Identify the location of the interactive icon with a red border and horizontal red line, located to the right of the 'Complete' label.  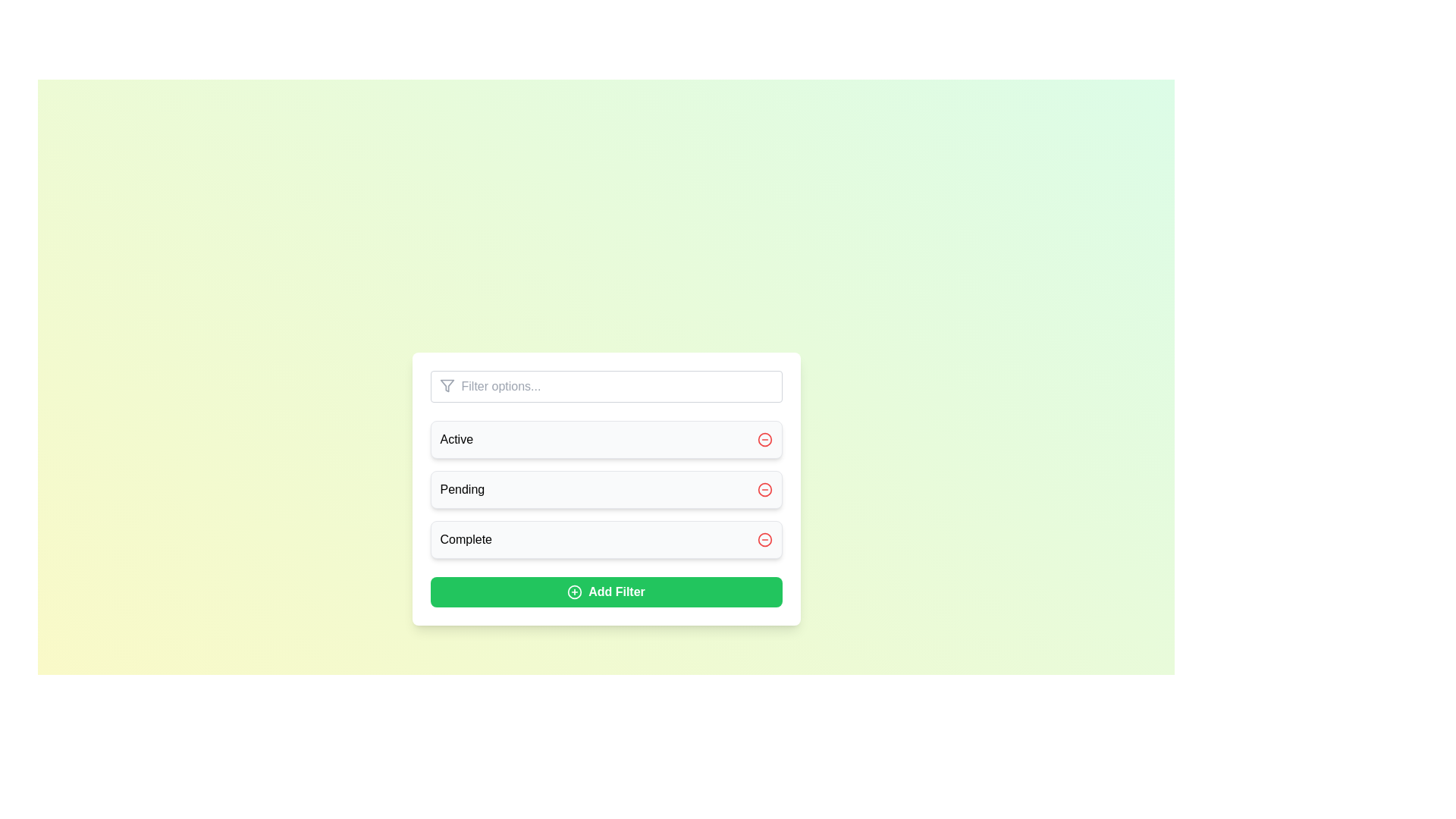
(764, 539).